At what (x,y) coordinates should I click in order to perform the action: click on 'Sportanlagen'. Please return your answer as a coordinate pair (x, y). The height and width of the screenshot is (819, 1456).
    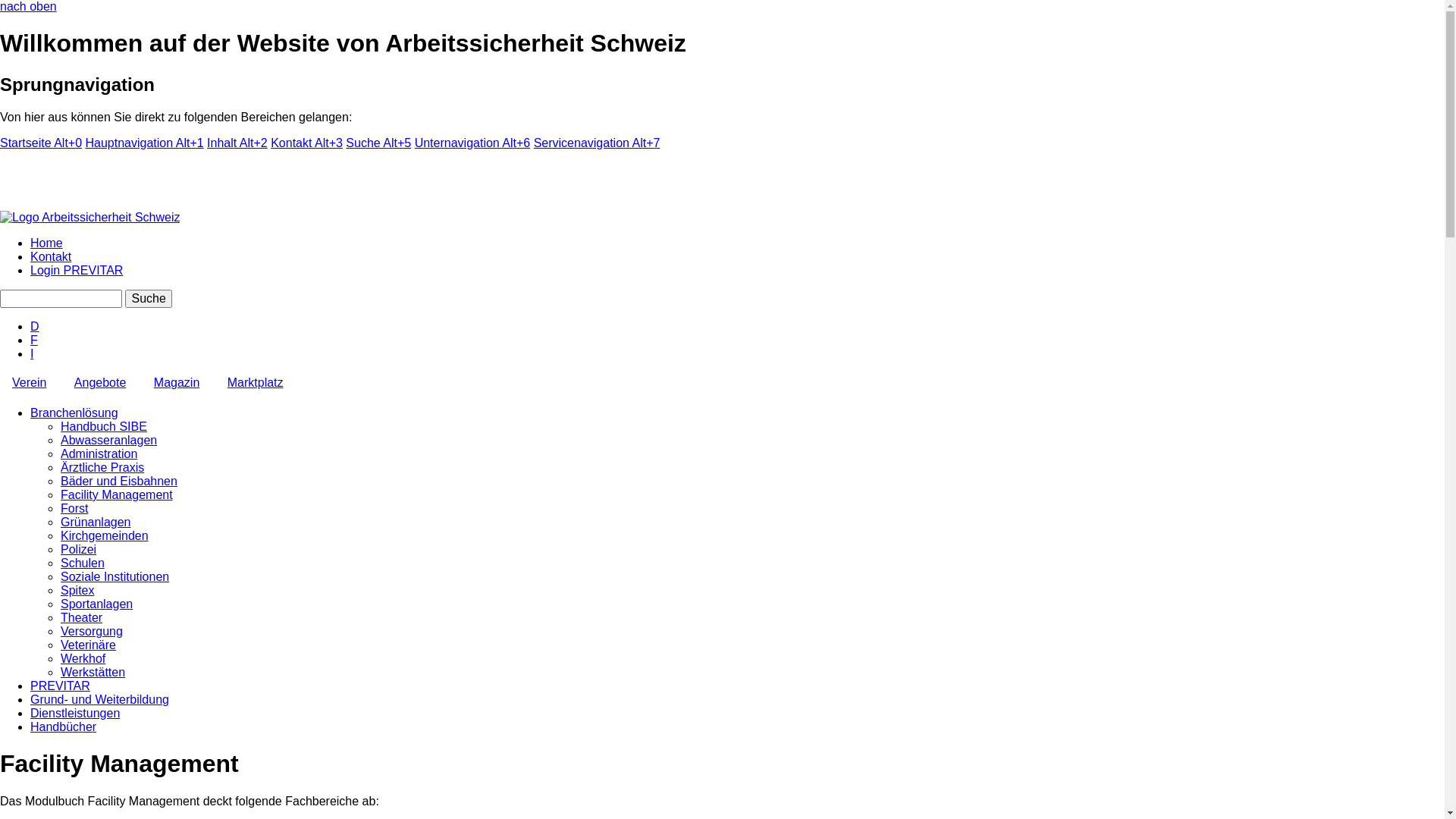
    Looking at the image, I should click on (61, 603).